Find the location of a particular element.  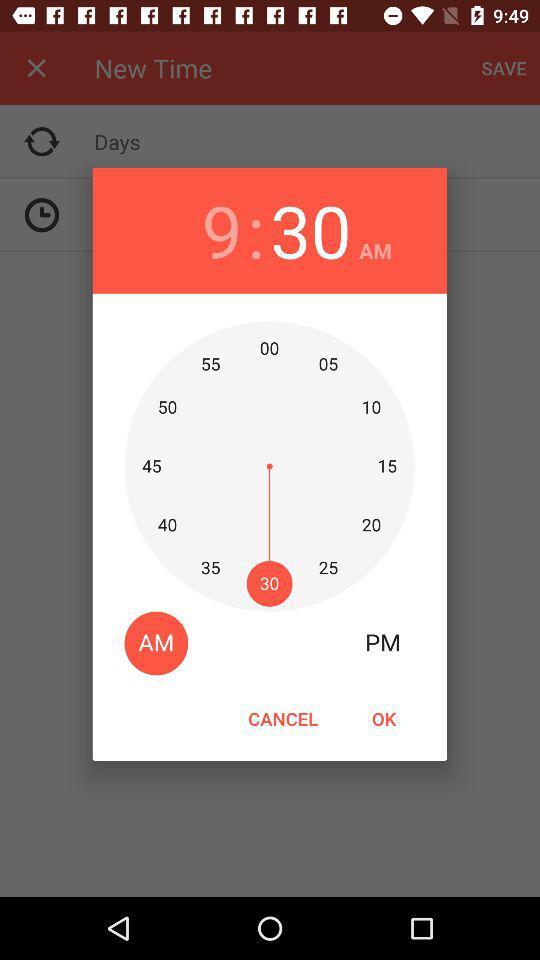

ok at the bottom right corner is located at coordinates (383, 718).